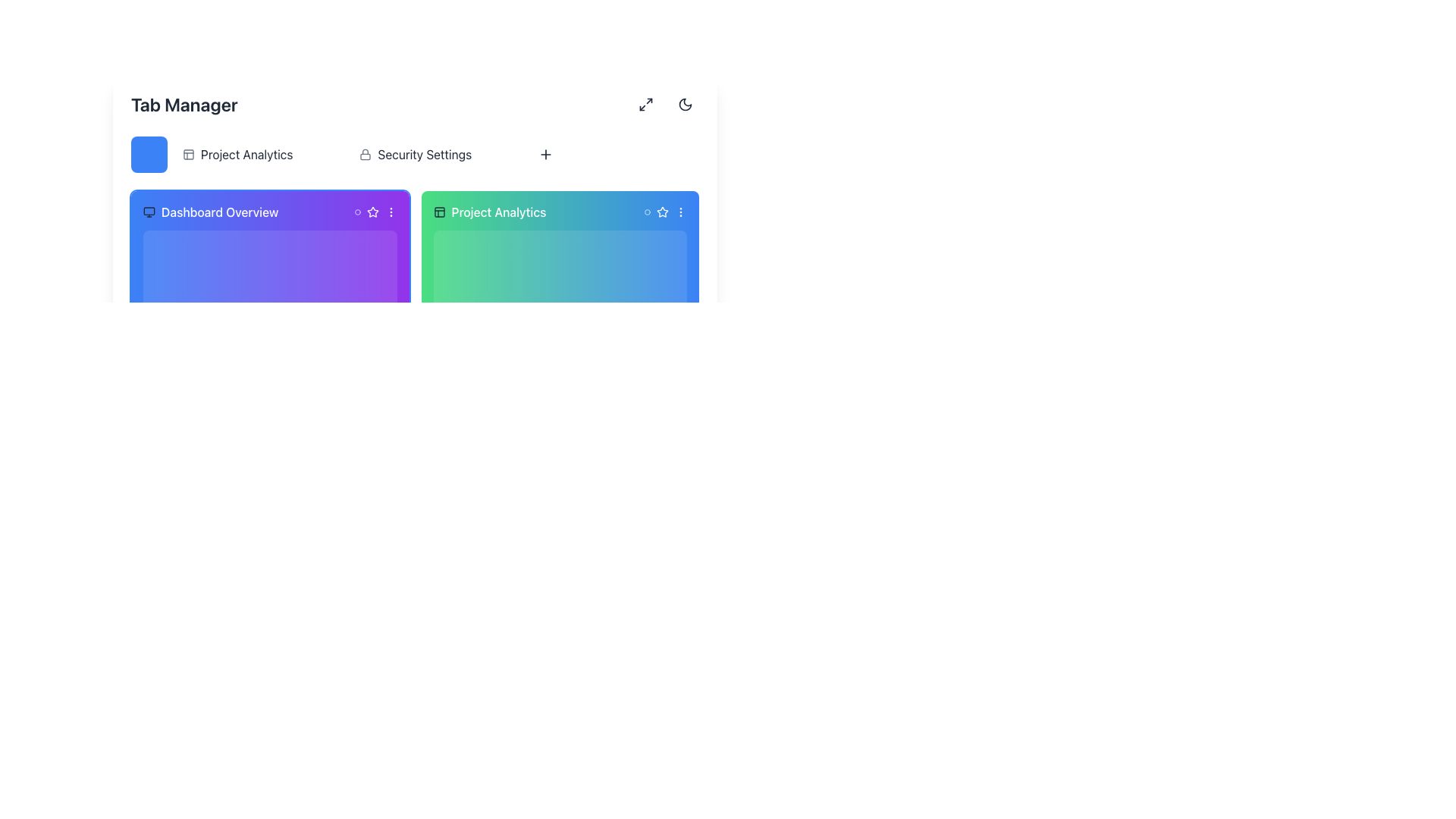  What do you see at coordinates (679, 212) in the screenshot?
I see `the options icon located at the top-right corner of the 'Project Analytics' card` at bounding box center [679, 212].